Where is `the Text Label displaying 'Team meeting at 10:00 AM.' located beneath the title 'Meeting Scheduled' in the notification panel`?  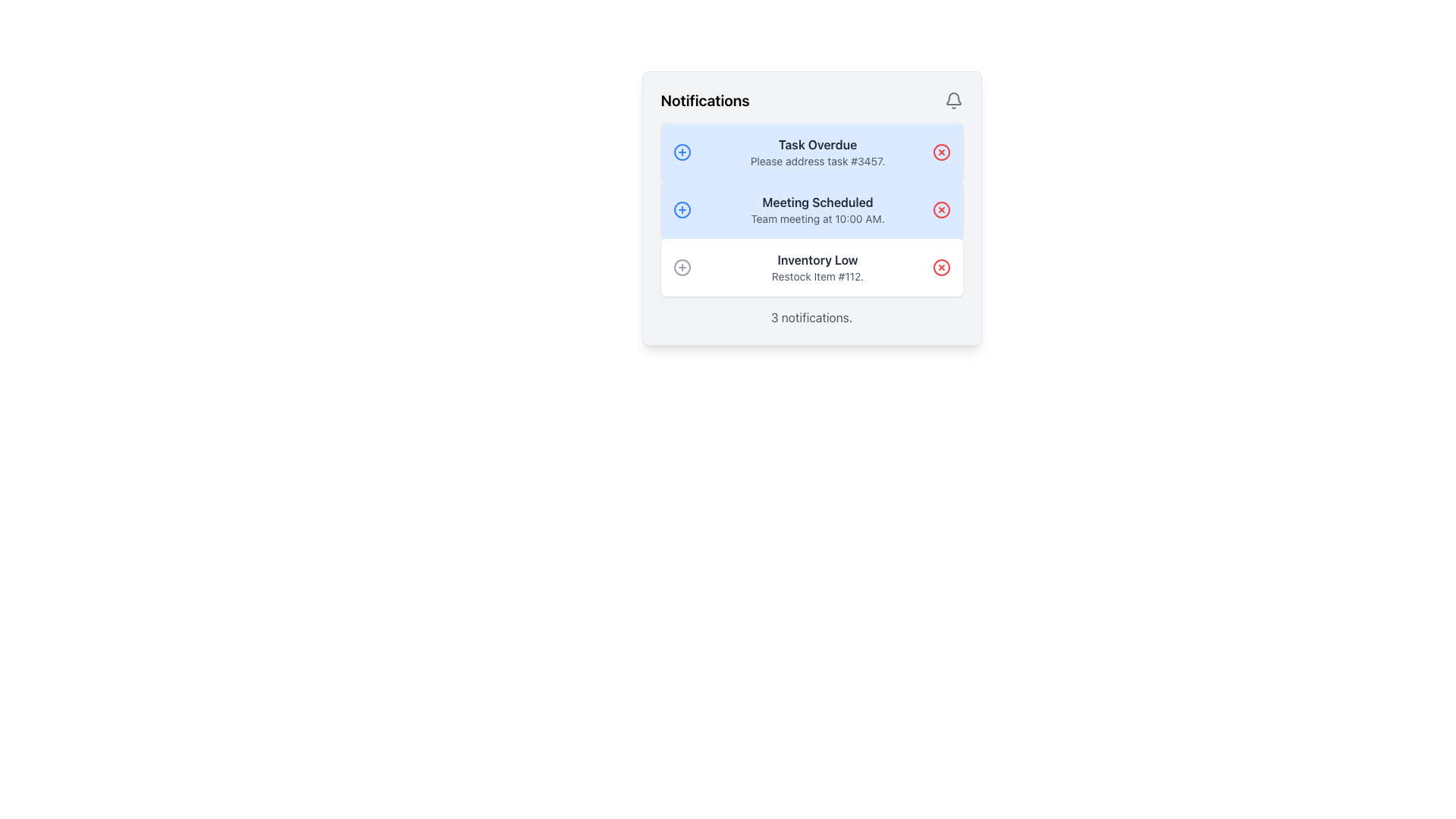 the Text Label displaying 'Team meeting at 10:00 AM.' located beneath the title 'Meeting Scheduled' in the notification panel is located at coordinates (817, 219).